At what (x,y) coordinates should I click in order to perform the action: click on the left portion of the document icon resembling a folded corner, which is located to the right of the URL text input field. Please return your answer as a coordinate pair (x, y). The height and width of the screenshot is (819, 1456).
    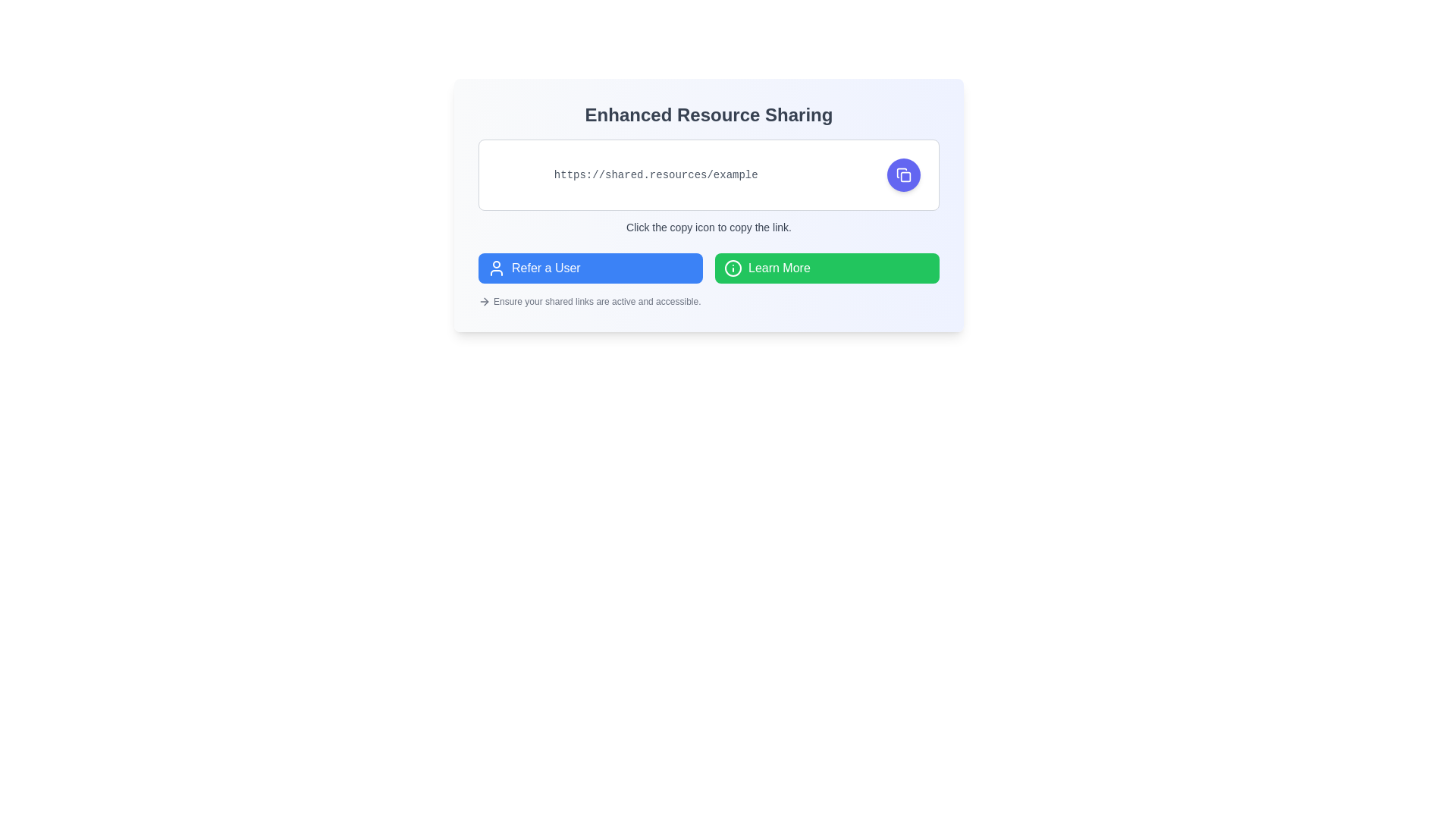
    Looking at the image, I should click on (902, 172).